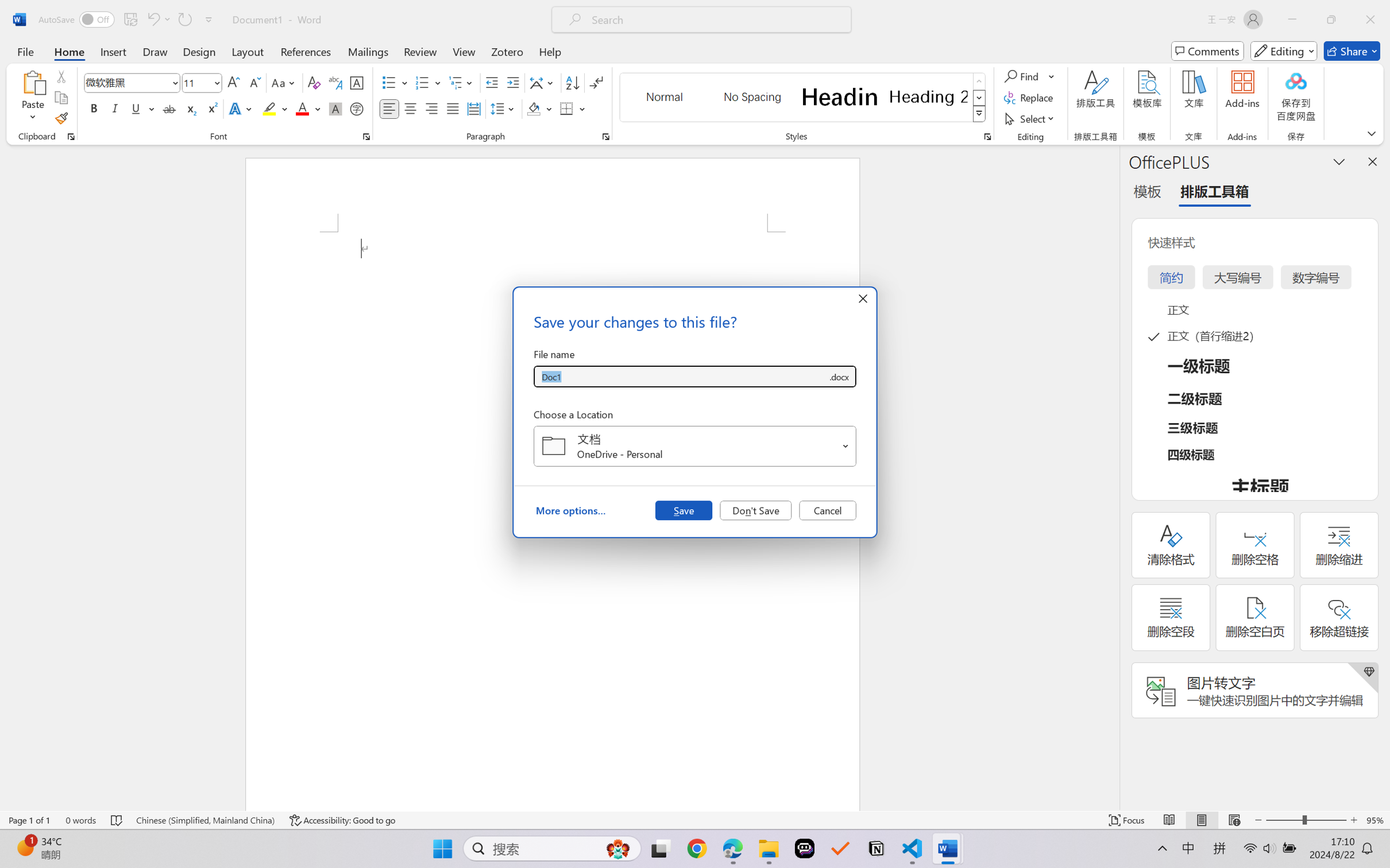 The width and height of the screenshot is (1390, 868). What do you see at coordinates (695, 820) in the screenshot?
I see `'Class: MsoCommandBar'` at bounding box center [695, 820].